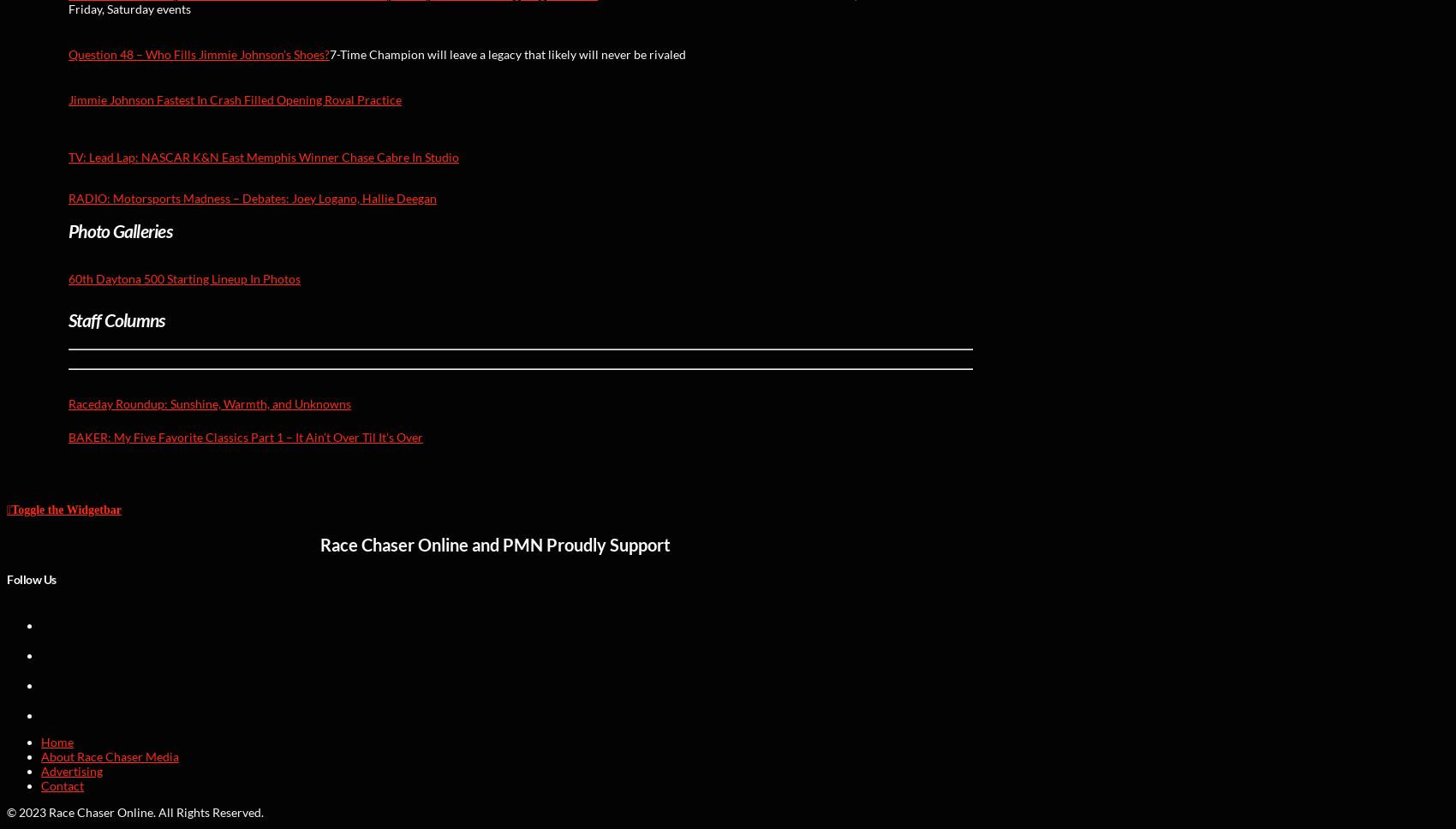  What do you see at coordinates (66, 510) in the screenshot?
I see `'Toggle the Widgetbar'` at bounding box center [66, 510].